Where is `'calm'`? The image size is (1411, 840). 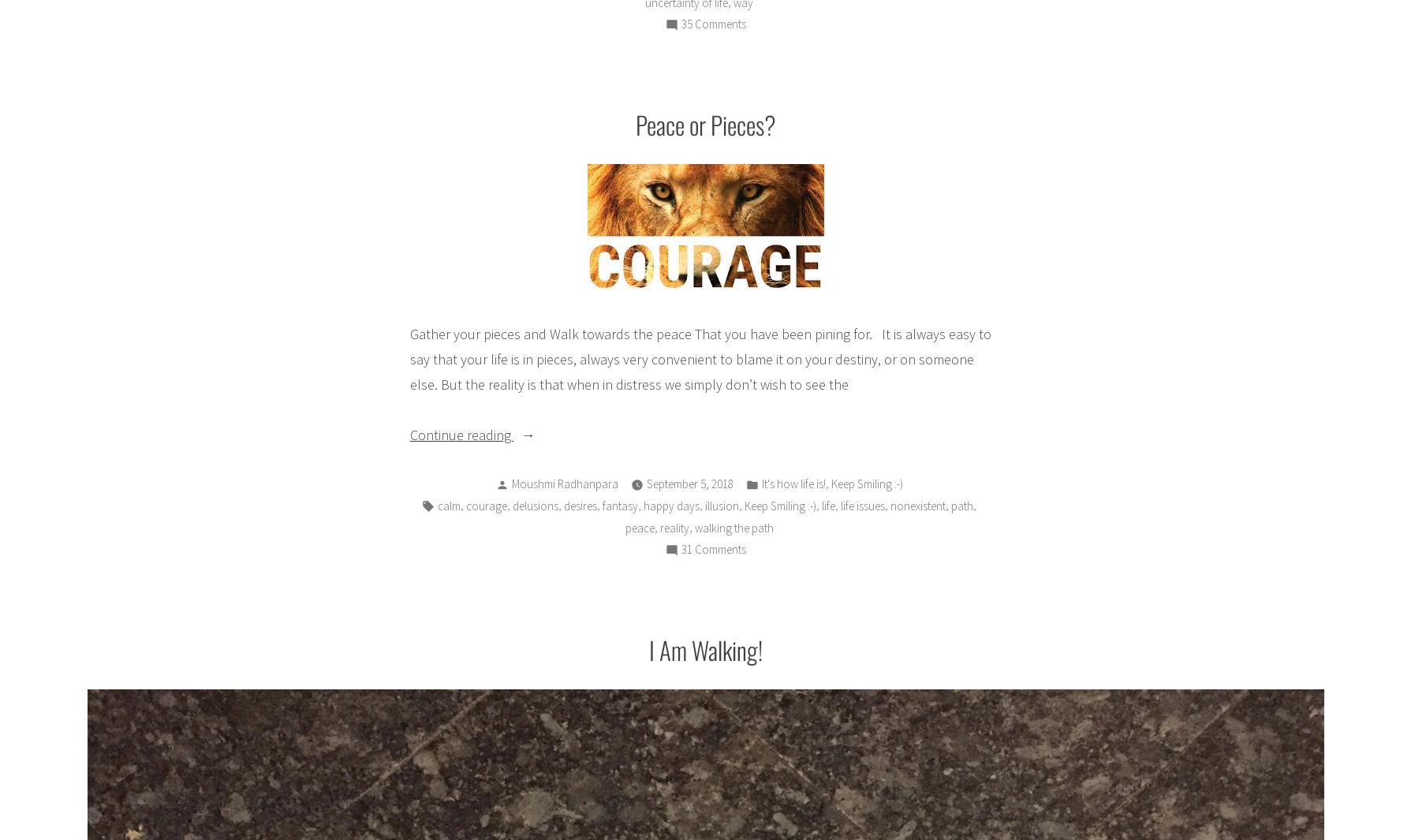
'calm' is located at coordinates (448, 505).